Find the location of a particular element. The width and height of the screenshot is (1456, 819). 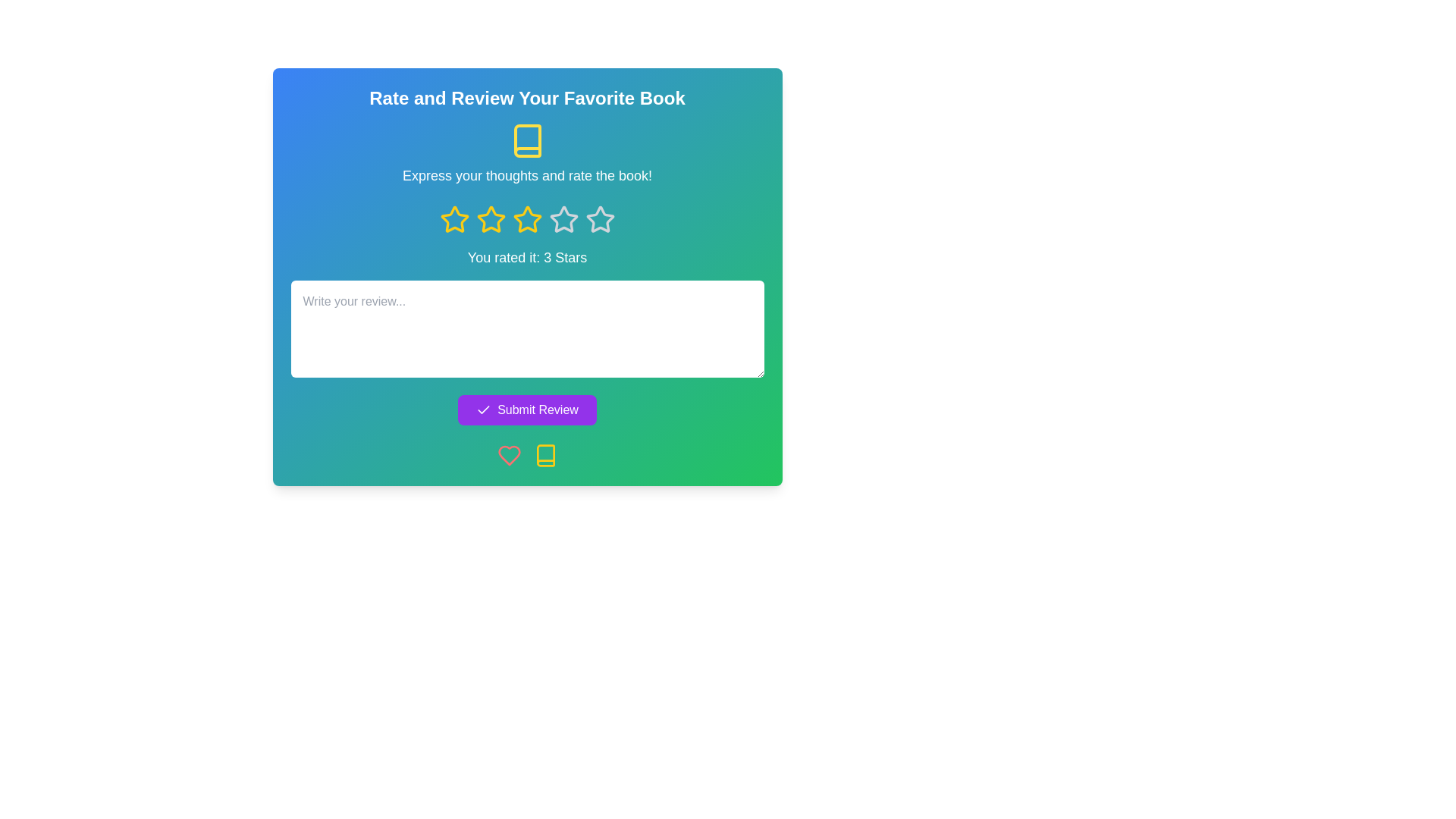

the confirmation icon located to the left of the text label within the purple 'Submit Review' button at the center bottom of the interface is located at coordinates (483, 409).